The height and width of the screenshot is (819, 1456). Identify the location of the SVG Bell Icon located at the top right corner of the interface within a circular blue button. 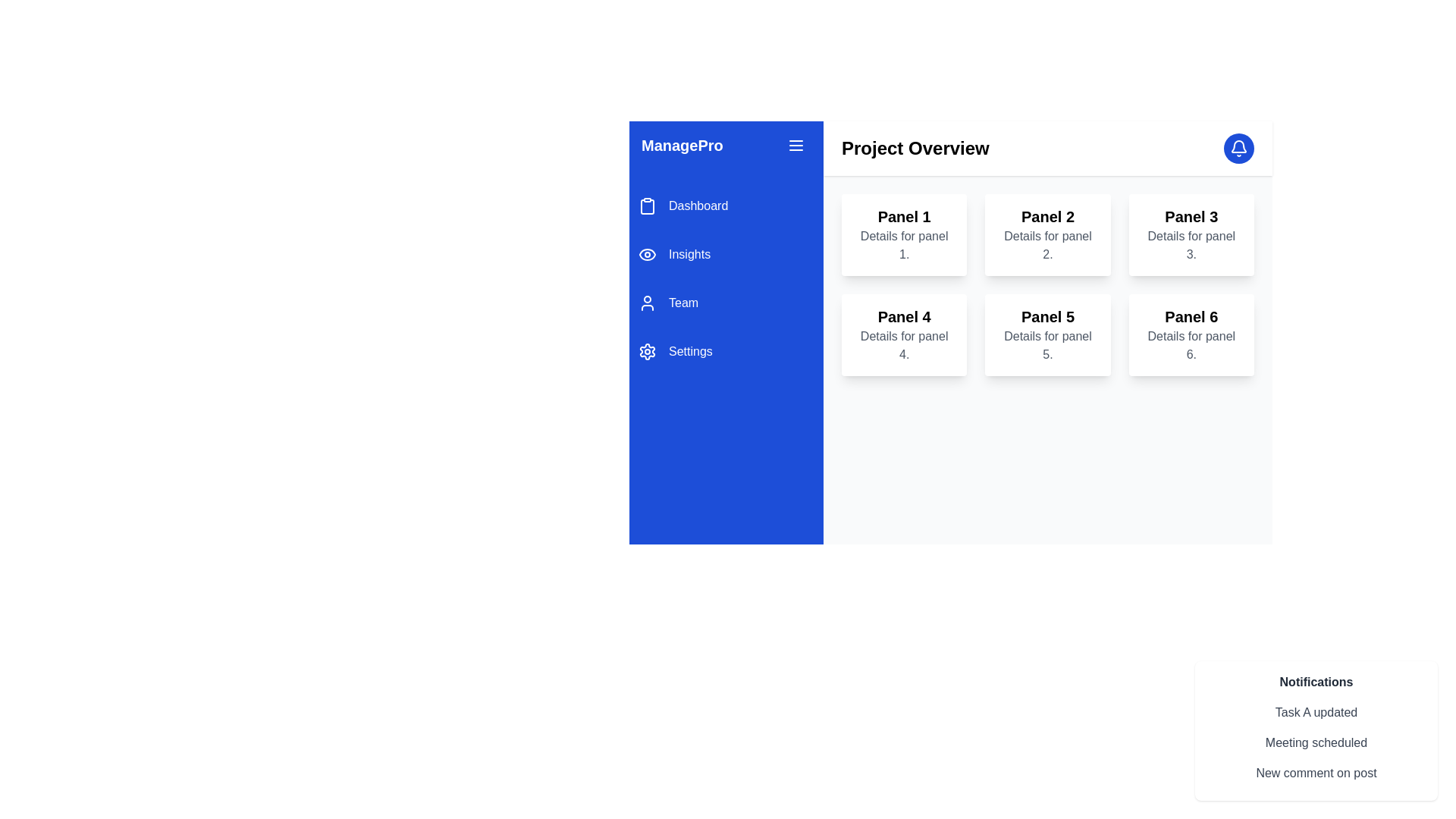
(1238, 149).